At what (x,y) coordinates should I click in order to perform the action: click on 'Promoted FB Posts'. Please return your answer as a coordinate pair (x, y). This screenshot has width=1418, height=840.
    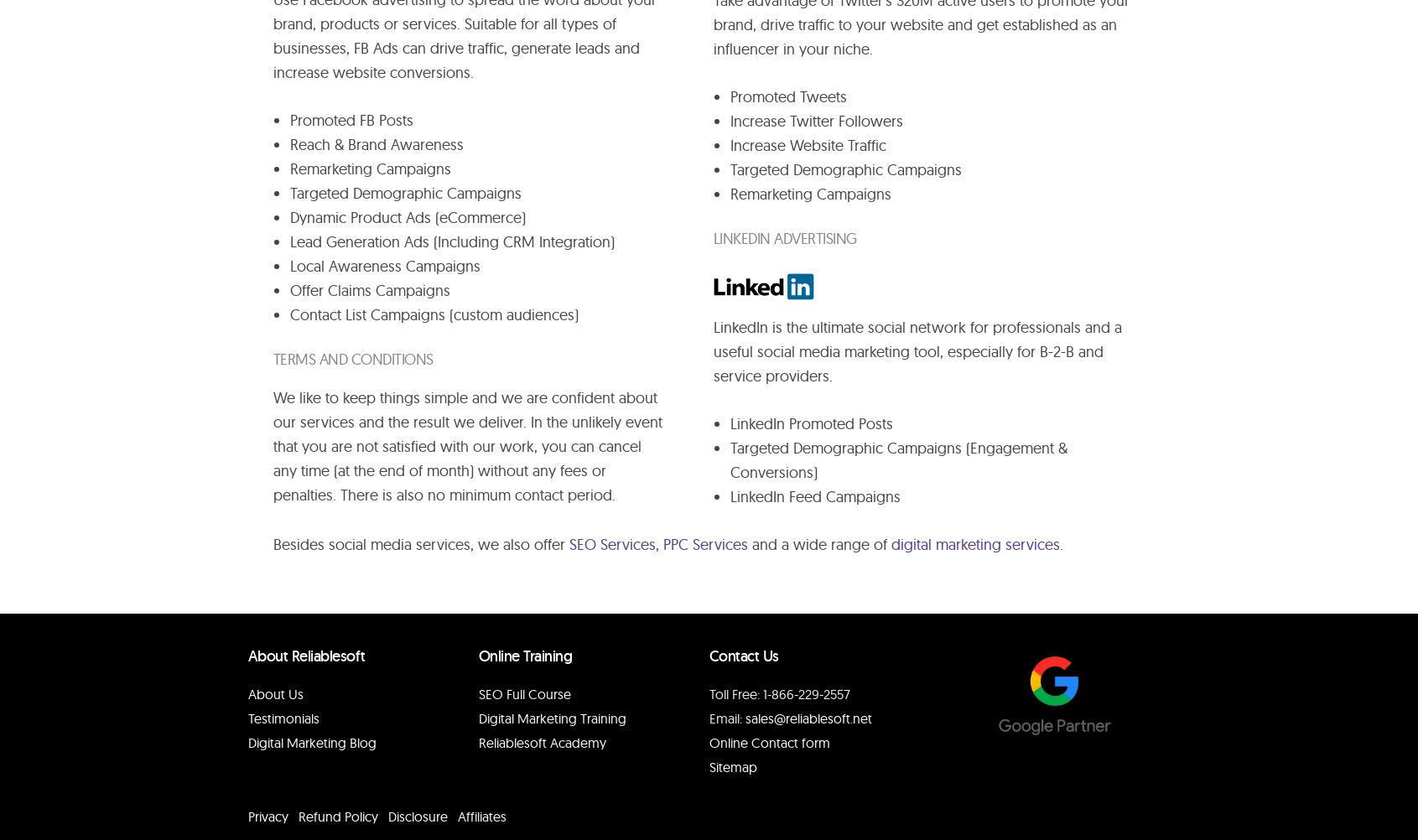
    Looking at the image, I should click on (351, 119).